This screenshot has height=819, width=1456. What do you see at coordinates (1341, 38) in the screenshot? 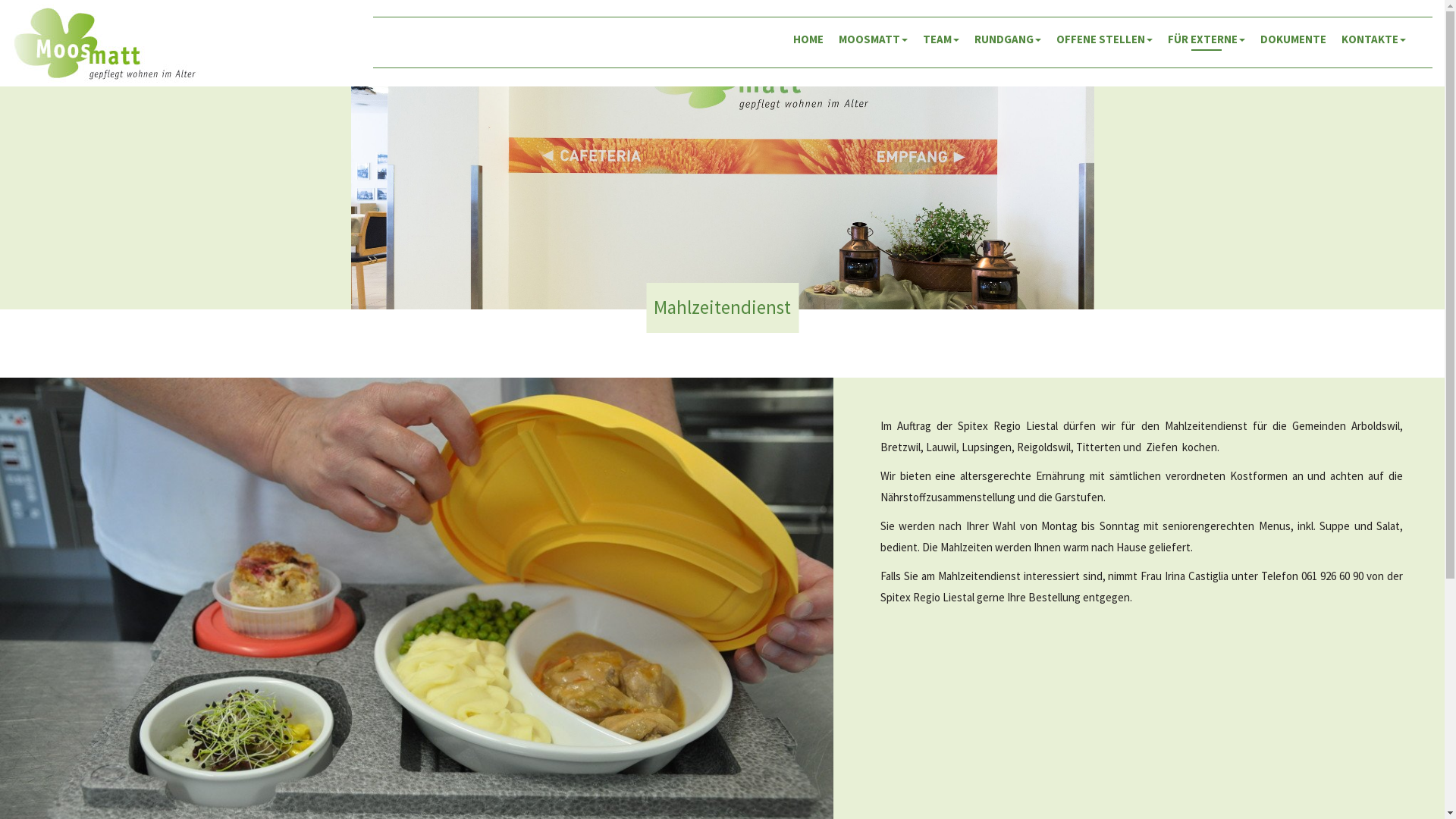
I see `'KONTAKTE'` at bounding box center [1341, 38].